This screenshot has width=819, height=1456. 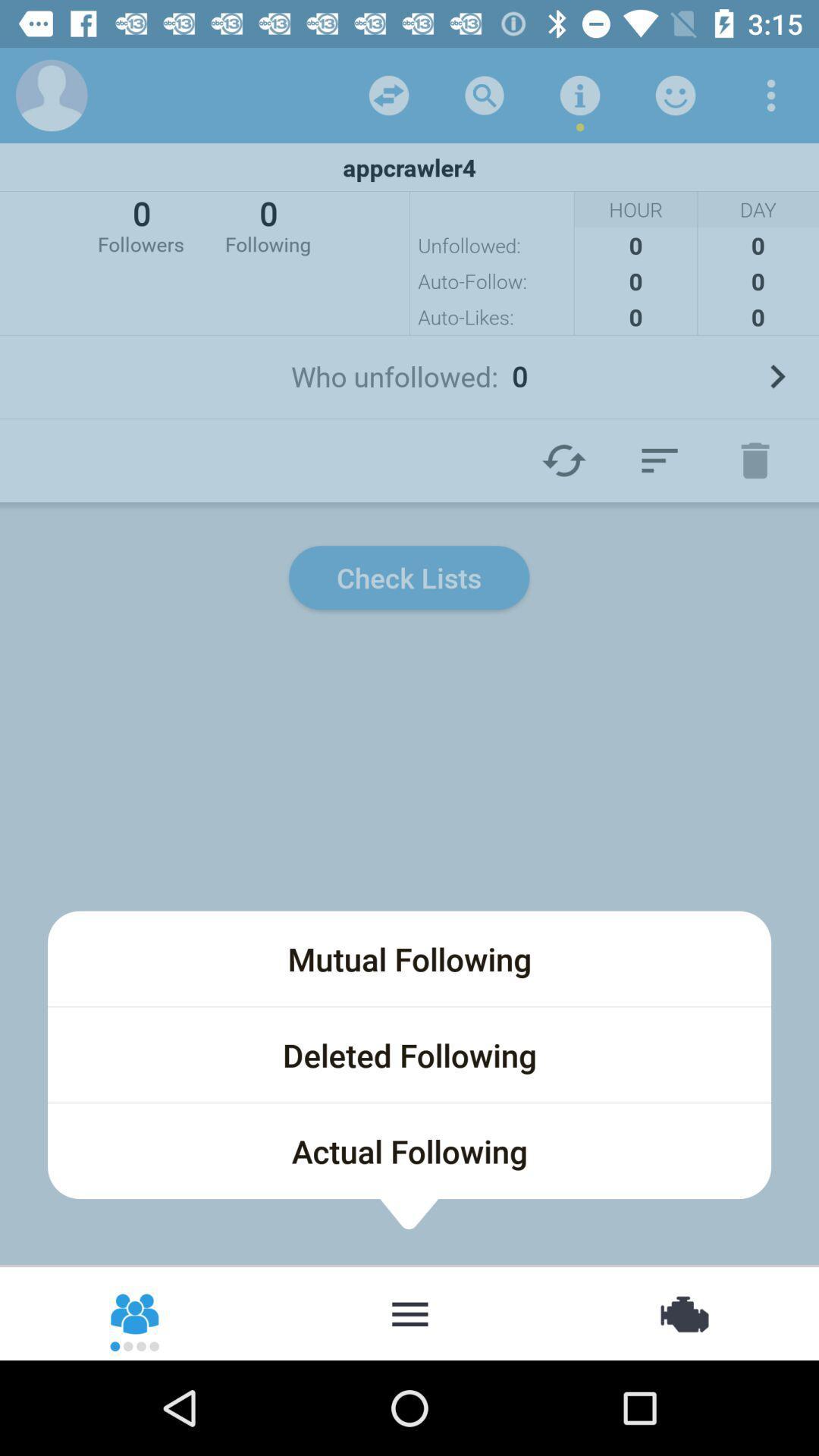 I want to click on menu, so click(x=771, y=94).